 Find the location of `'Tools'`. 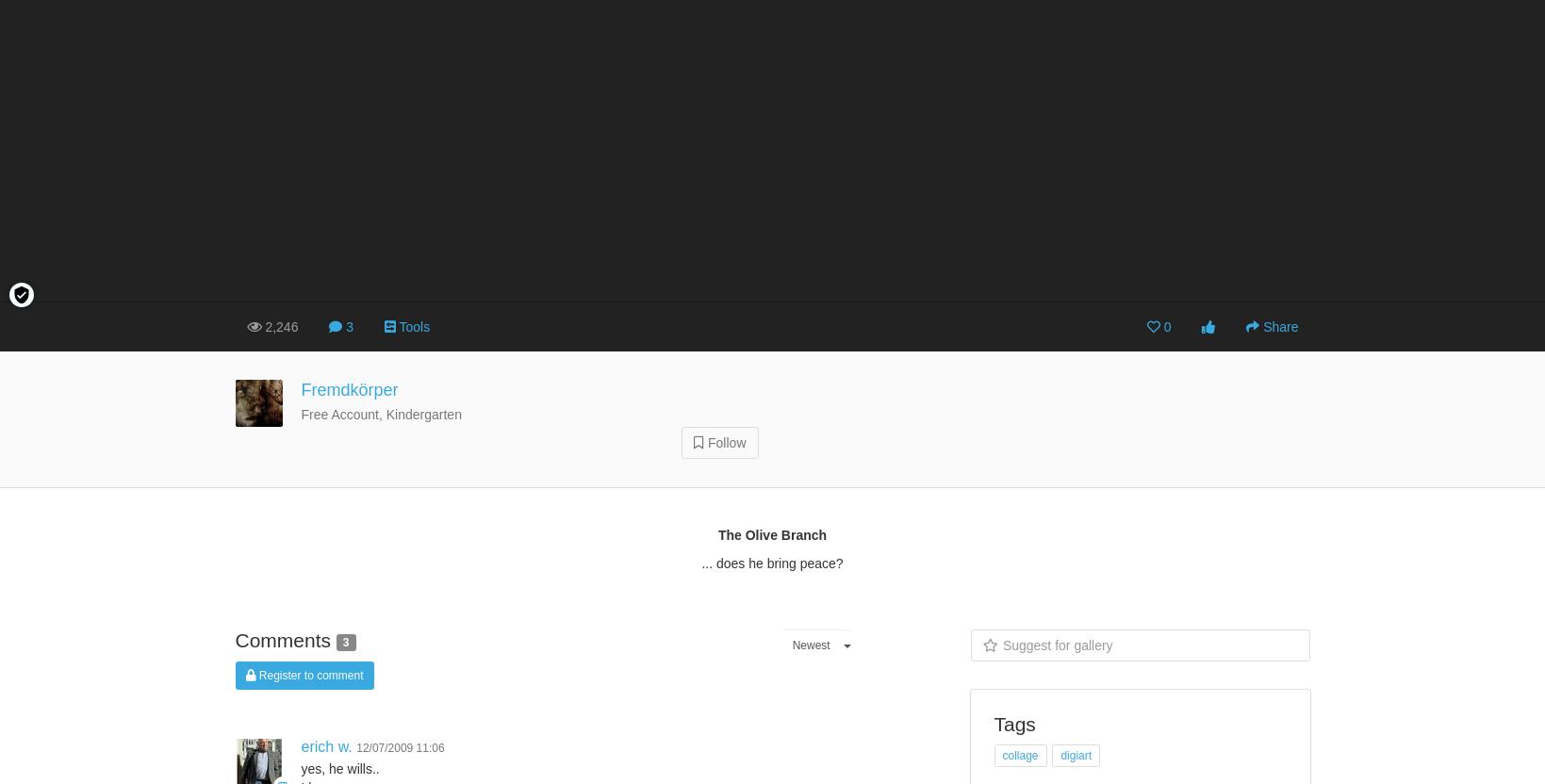

'Tools' is located at coordinates (414, 327).